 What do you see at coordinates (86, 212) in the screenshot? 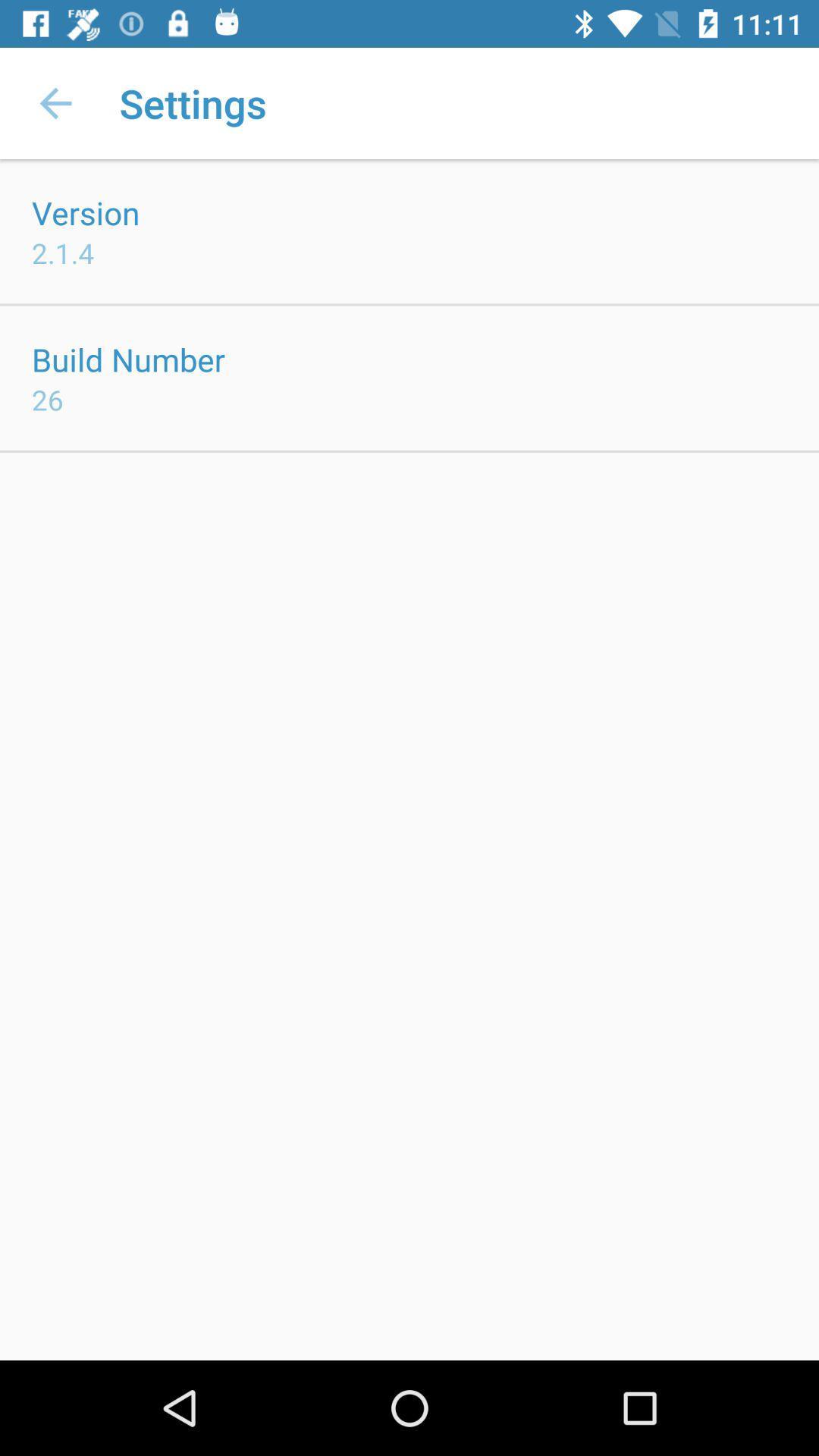
I see `icon above 2.1.4` at bounding box center [86, 212].